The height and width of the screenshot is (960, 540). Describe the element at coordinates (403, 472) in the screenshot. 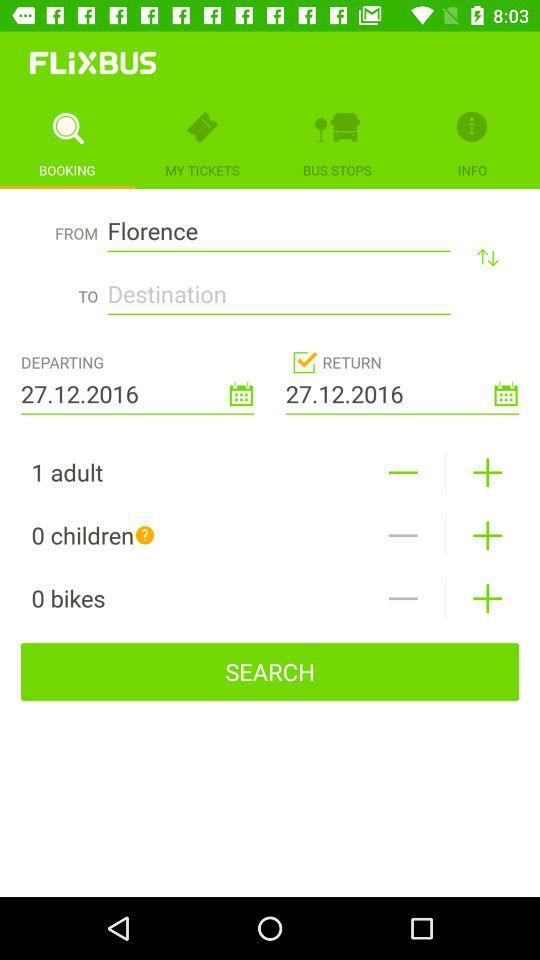

I see `reduce quantity` at that location.